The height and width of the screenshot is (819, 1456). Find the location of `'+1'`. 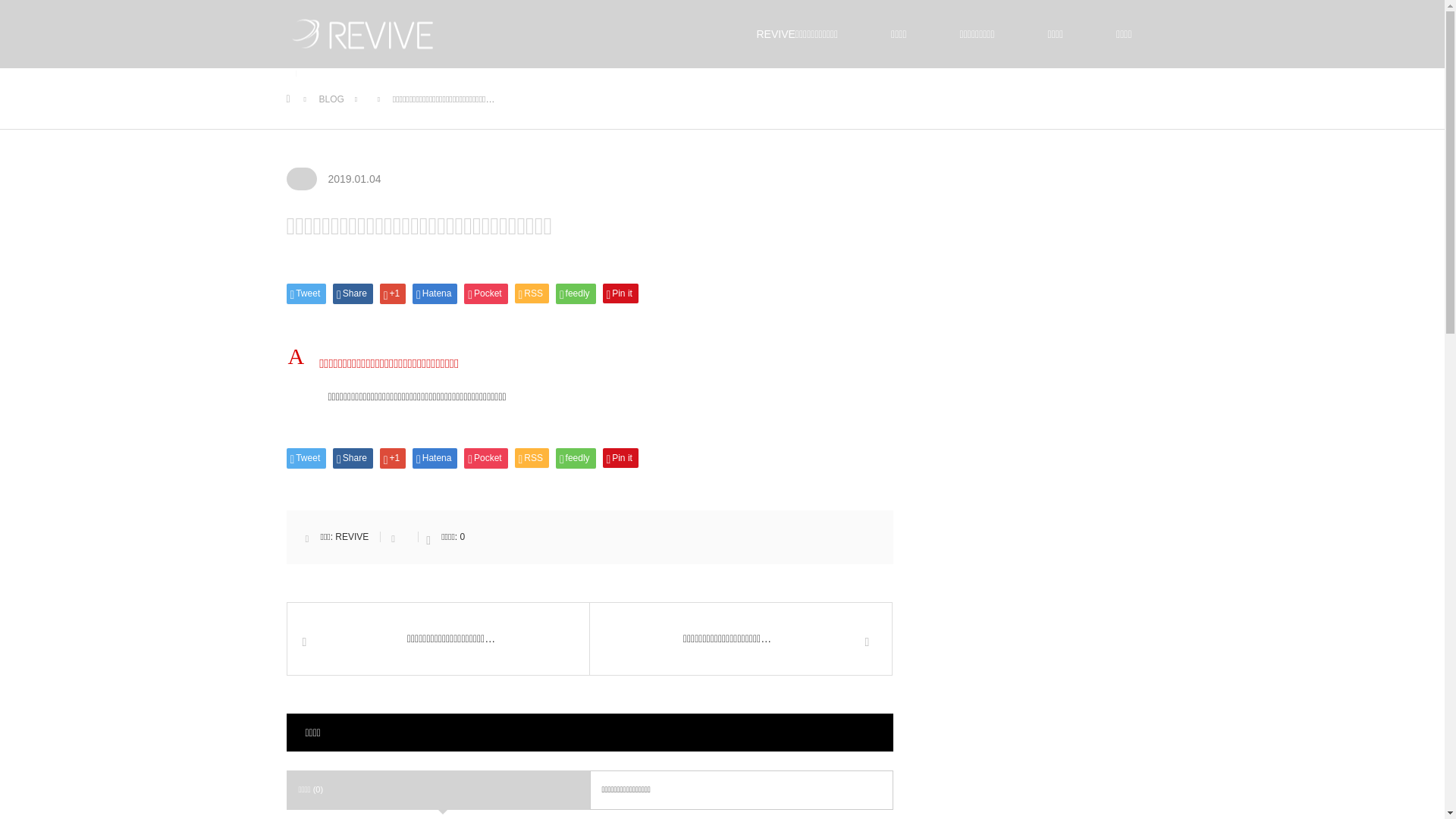

'+1' is located at coordinates (393, 293).